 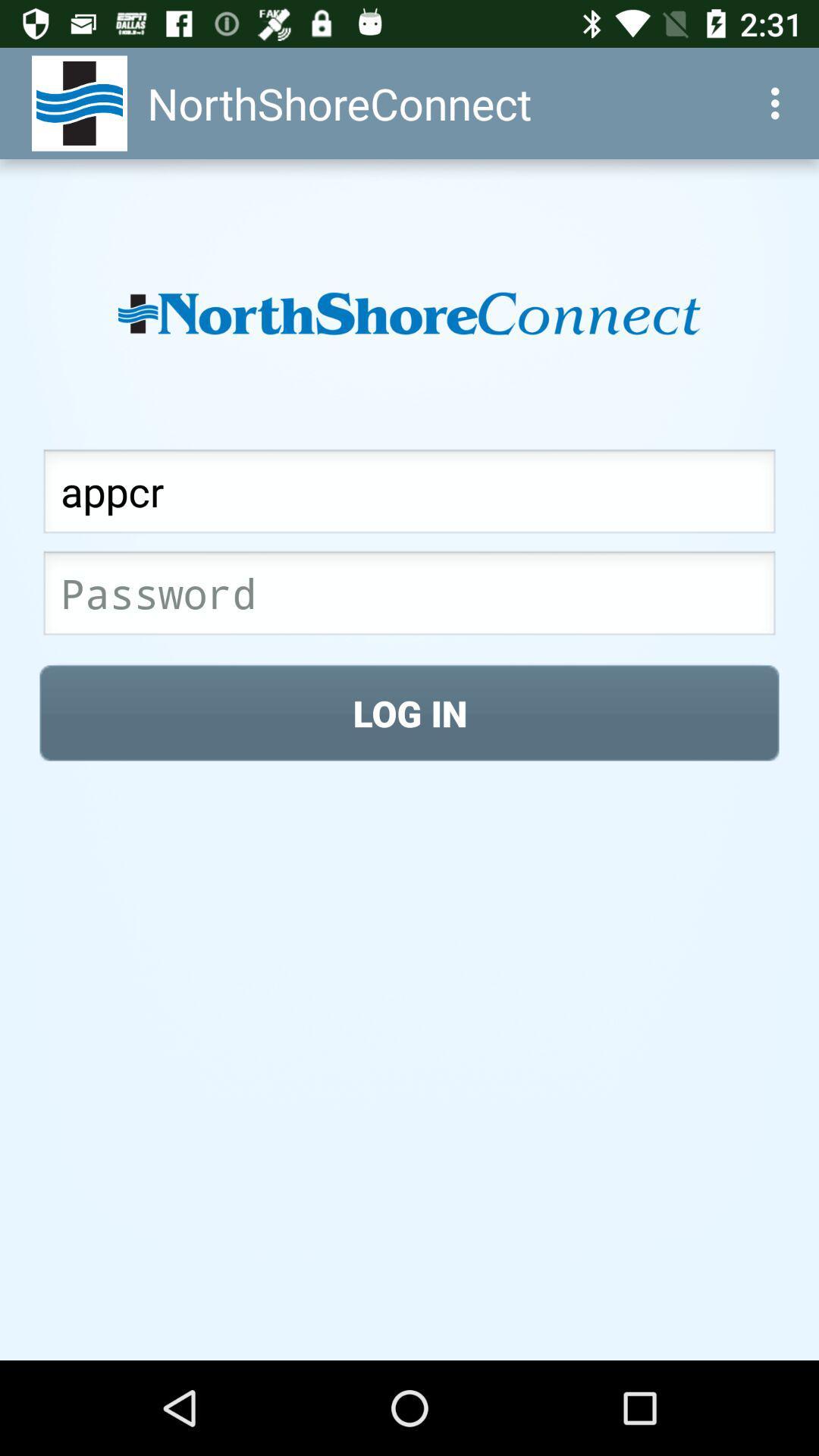 What do you see at coordinates (409, 597) in the screenshot?
I see `item below the appcr item` at bounding box center [409, 597].